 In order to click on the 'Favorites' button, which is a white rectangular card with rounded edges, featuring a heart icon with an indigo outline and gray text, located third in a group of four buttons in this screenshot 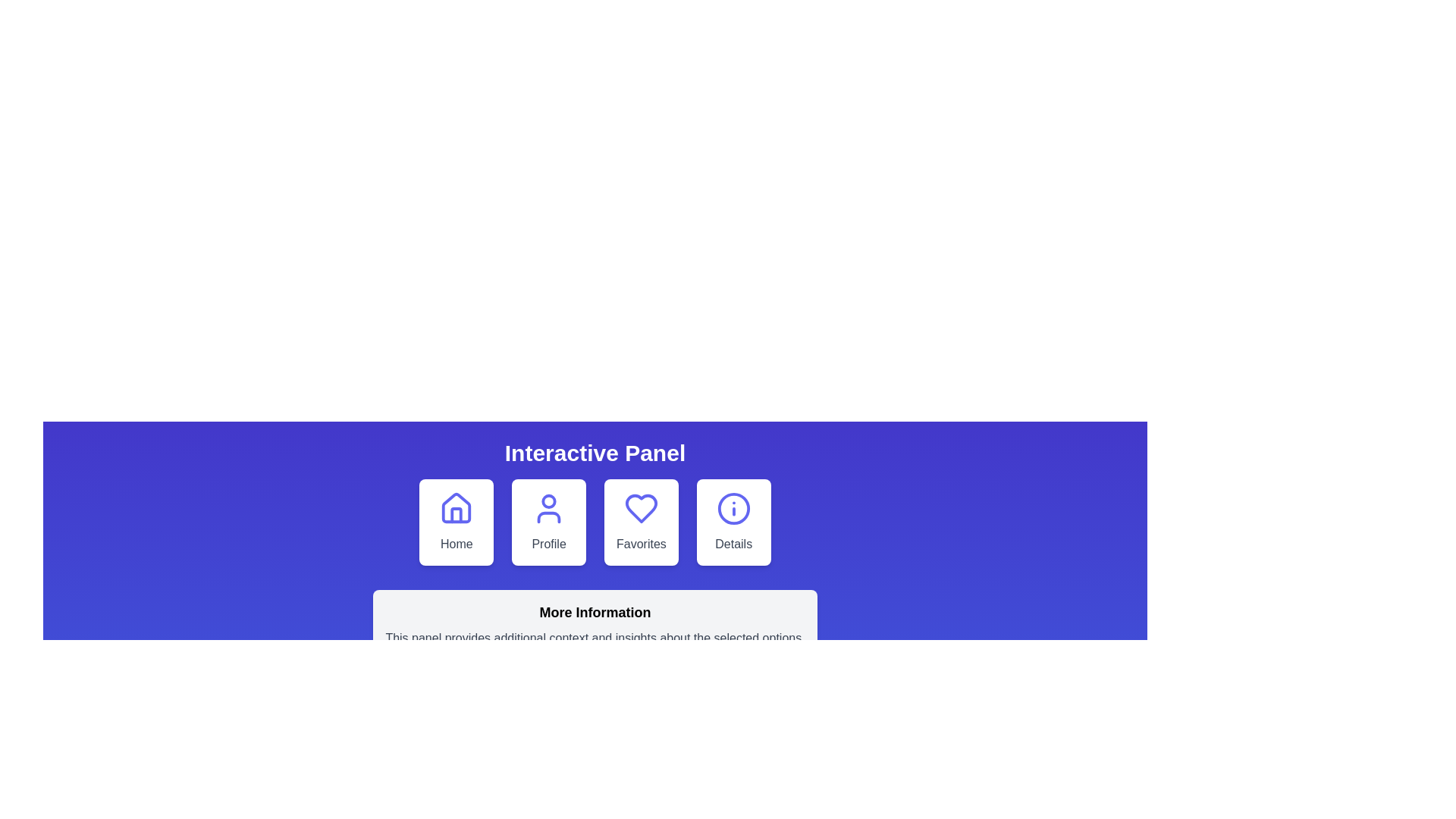, I will do `click(641, 522)`.